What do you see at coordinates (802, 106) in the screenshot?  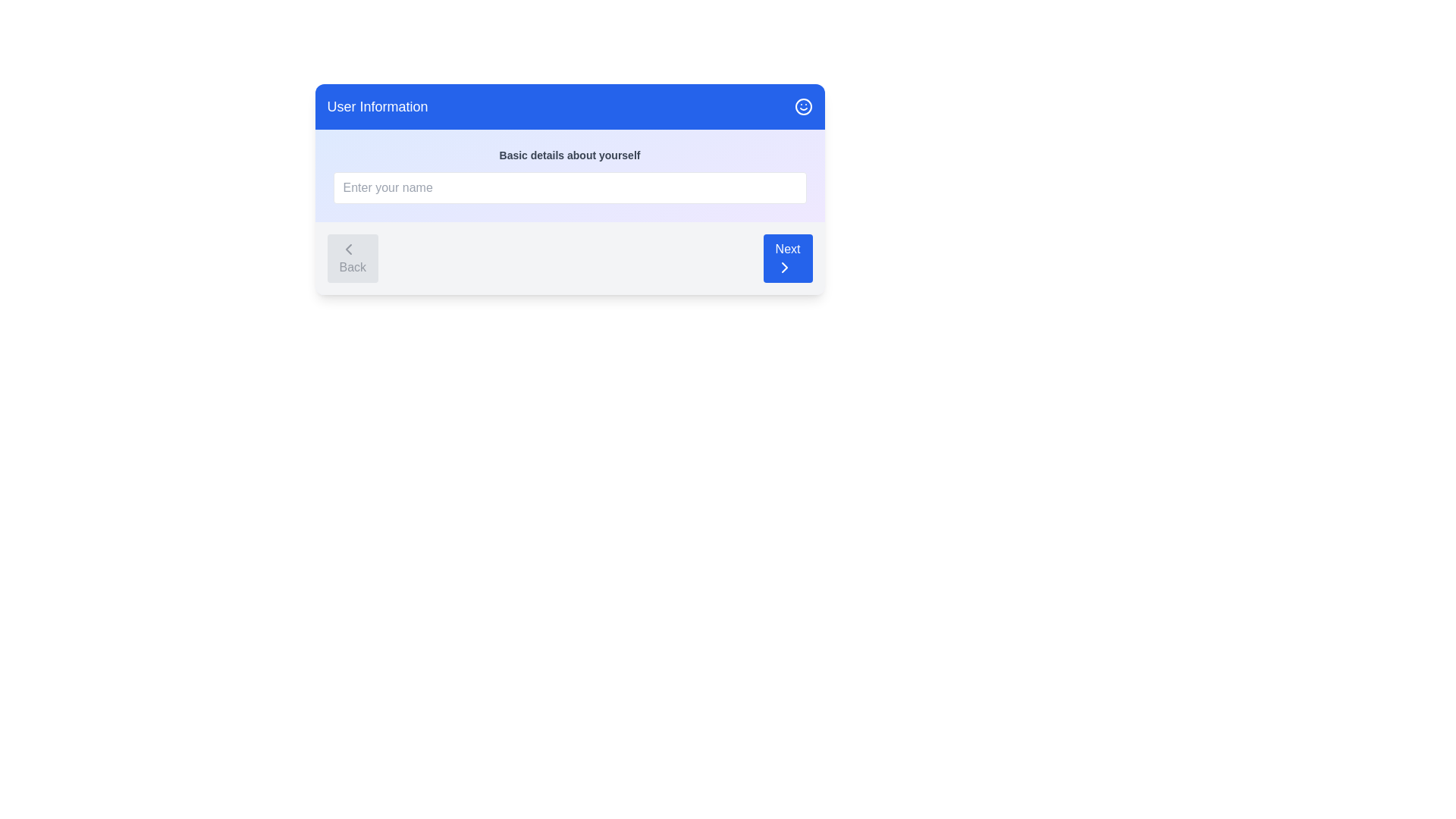 I see `the smiley icon in the header` at bounding box center [802, 106].